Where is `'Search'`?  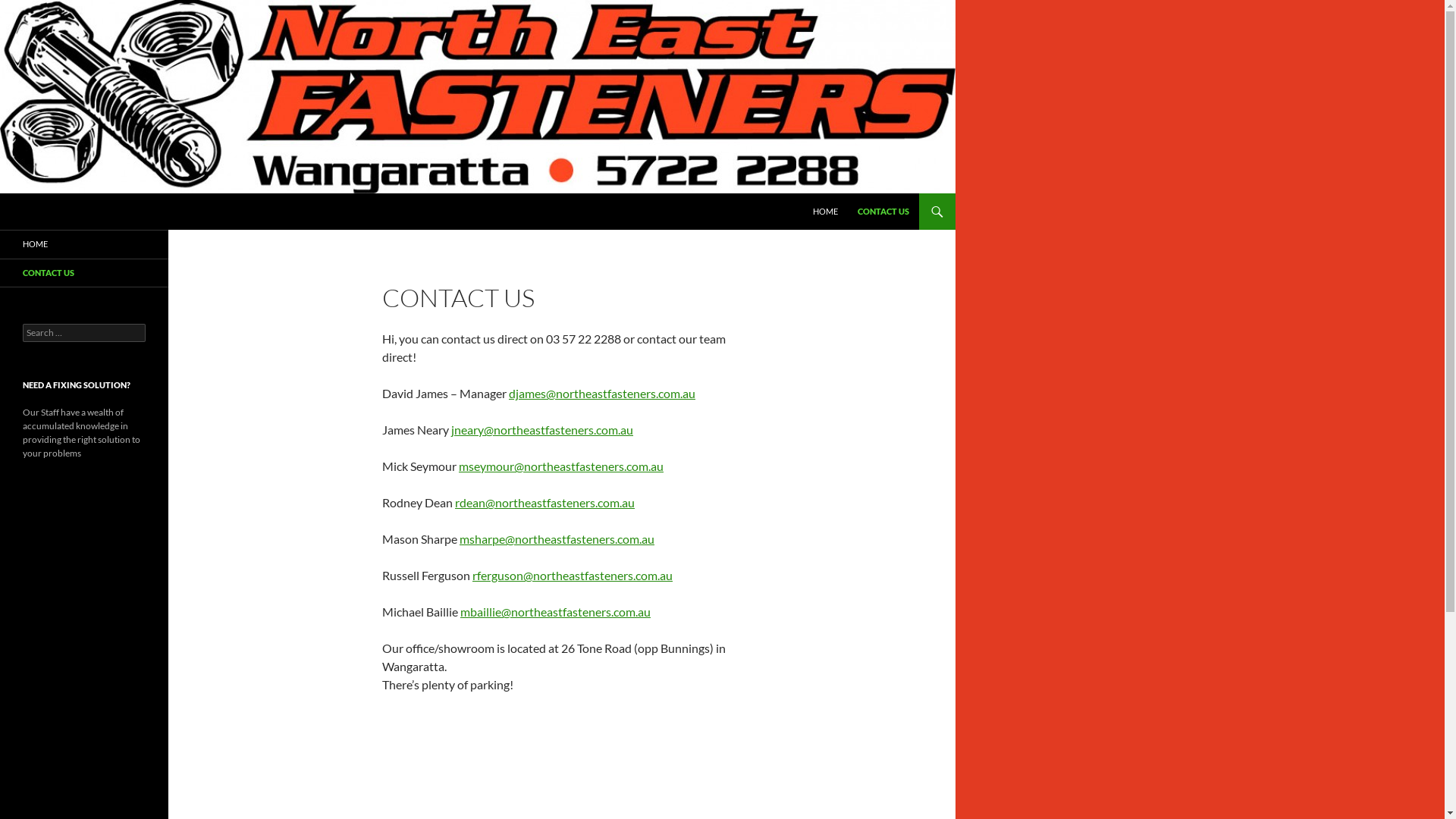
'Search' is located at coordinates (3, 193).